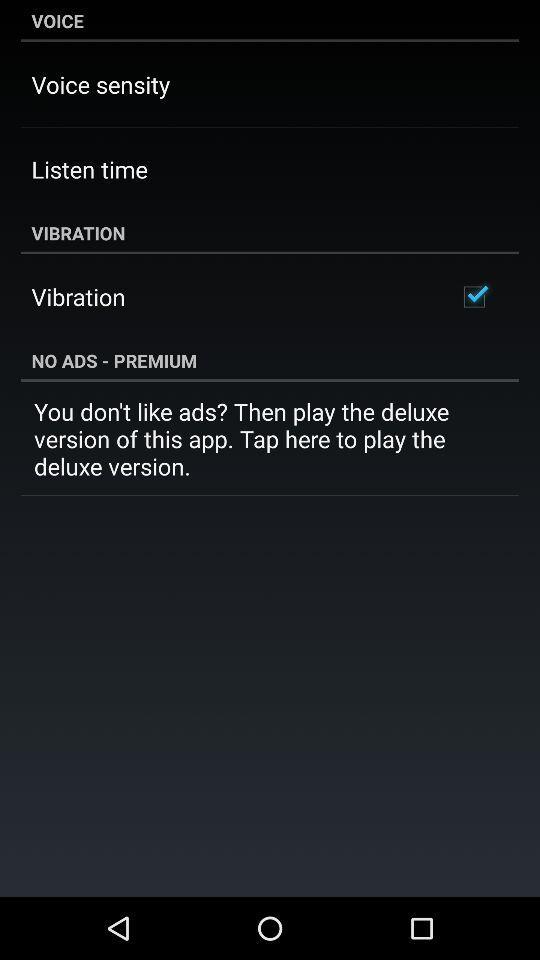 The height and width of the screenshot is (960, 540). I want to click on the icon above the you don t, so click(270, 360).